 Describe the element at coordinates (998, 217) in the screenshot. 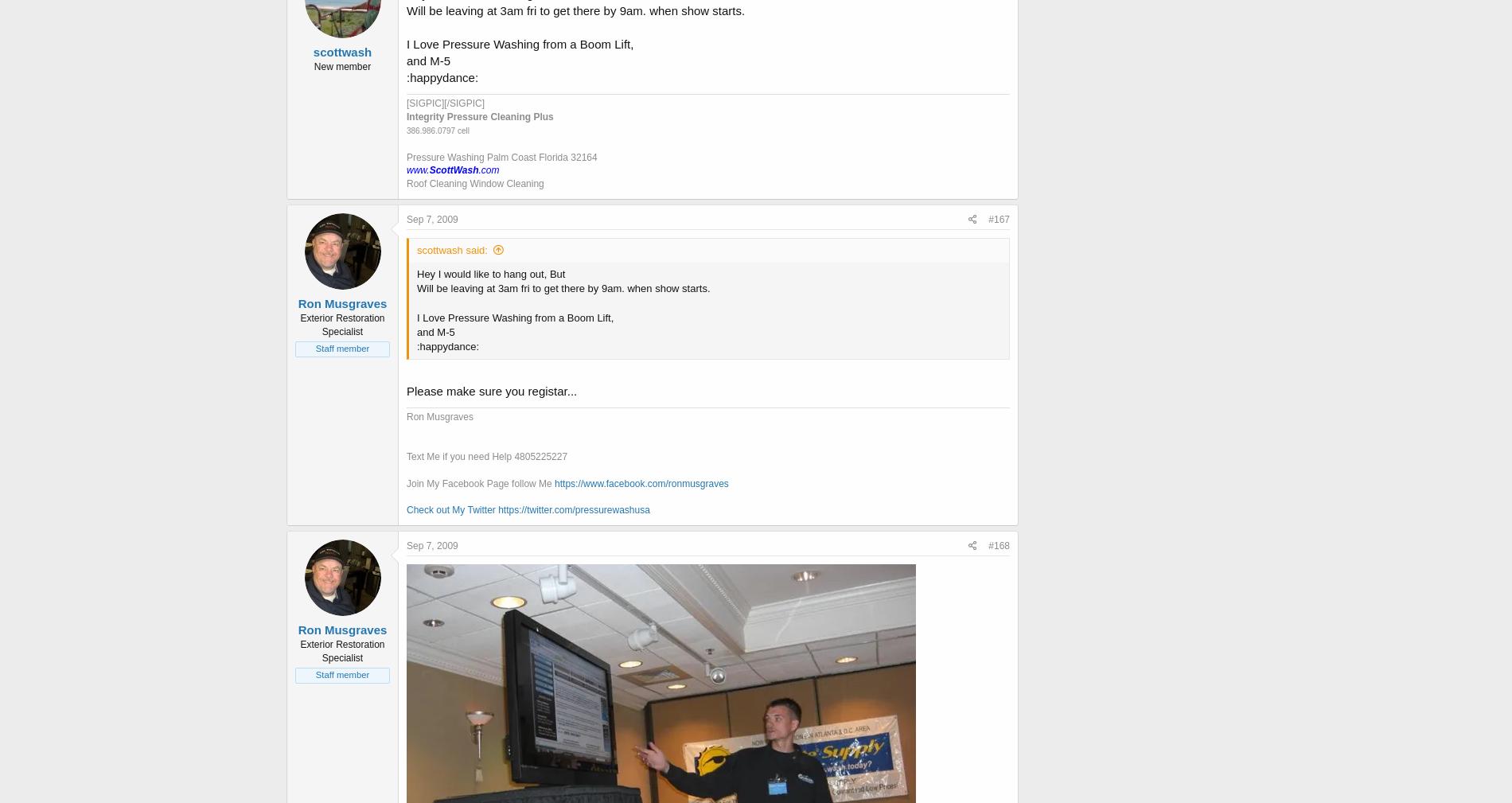

I see `'#167'` at that location.